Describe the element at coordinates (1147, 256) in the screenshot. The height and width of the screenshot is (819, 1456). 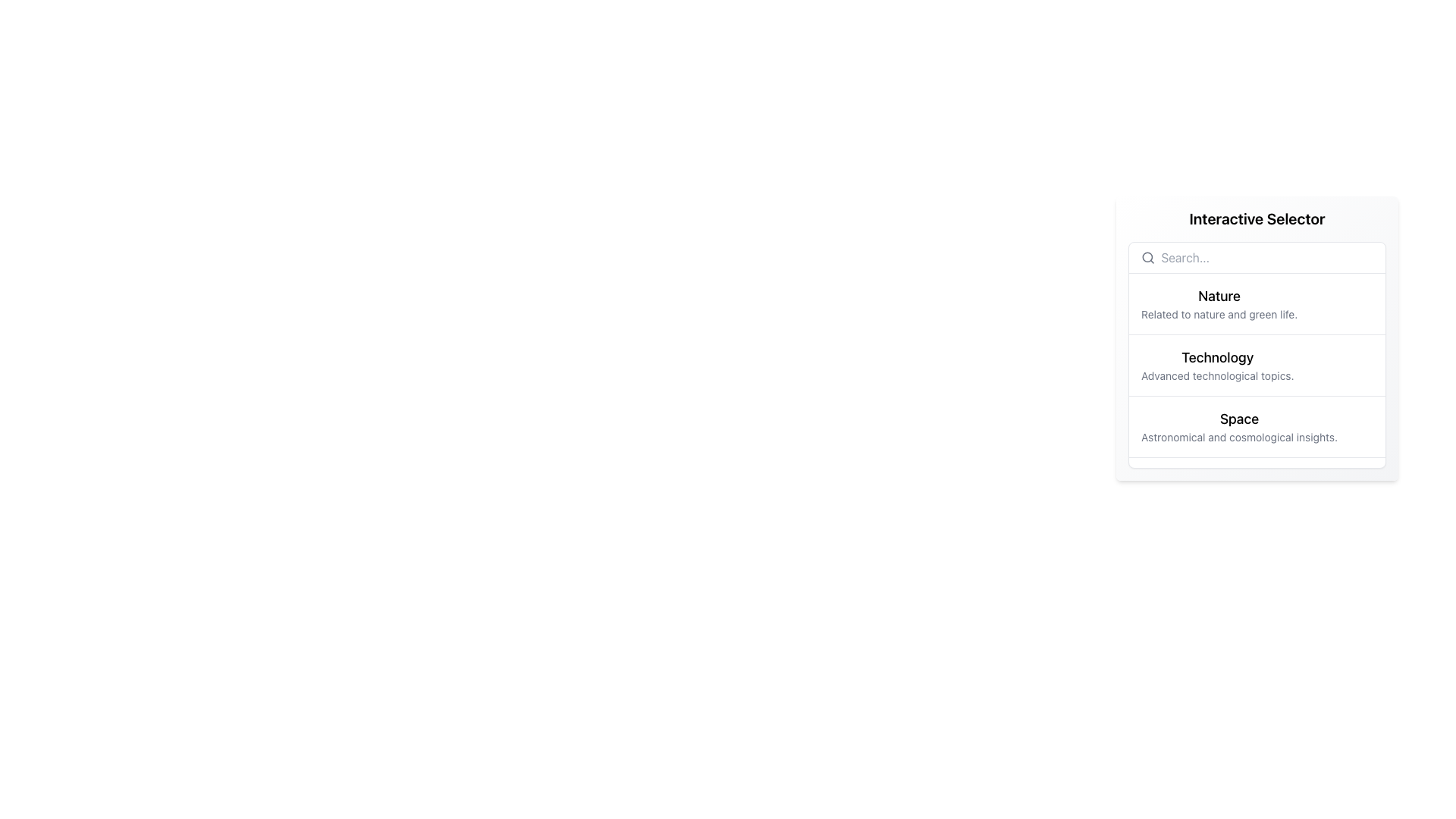
I see `the circular portion of the magnifying glass icon located on the left side of the search bar within the interactive selector panel` at that location.